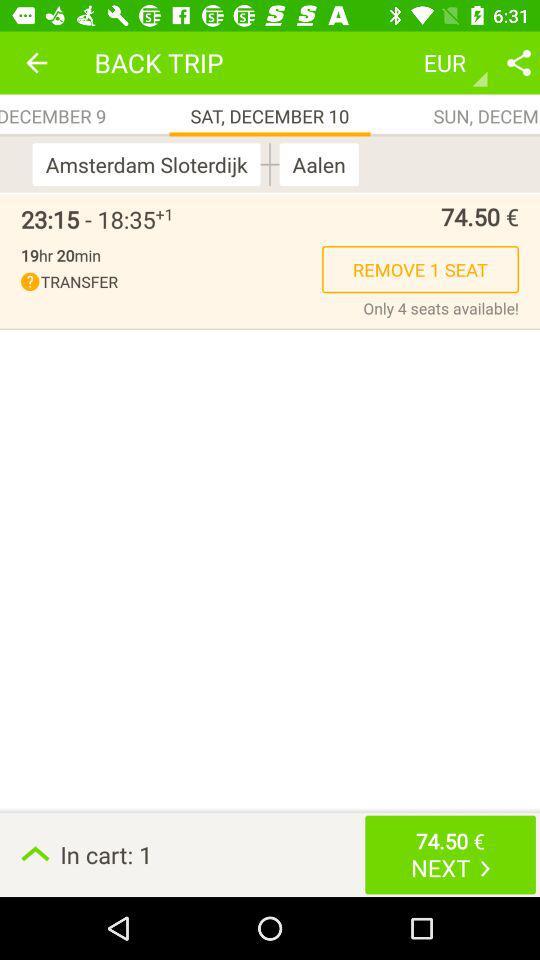  What do you see at coordinates (441, 308) in the screenshot?
I see `item next to transfer item` at bounding box center [441, 308].